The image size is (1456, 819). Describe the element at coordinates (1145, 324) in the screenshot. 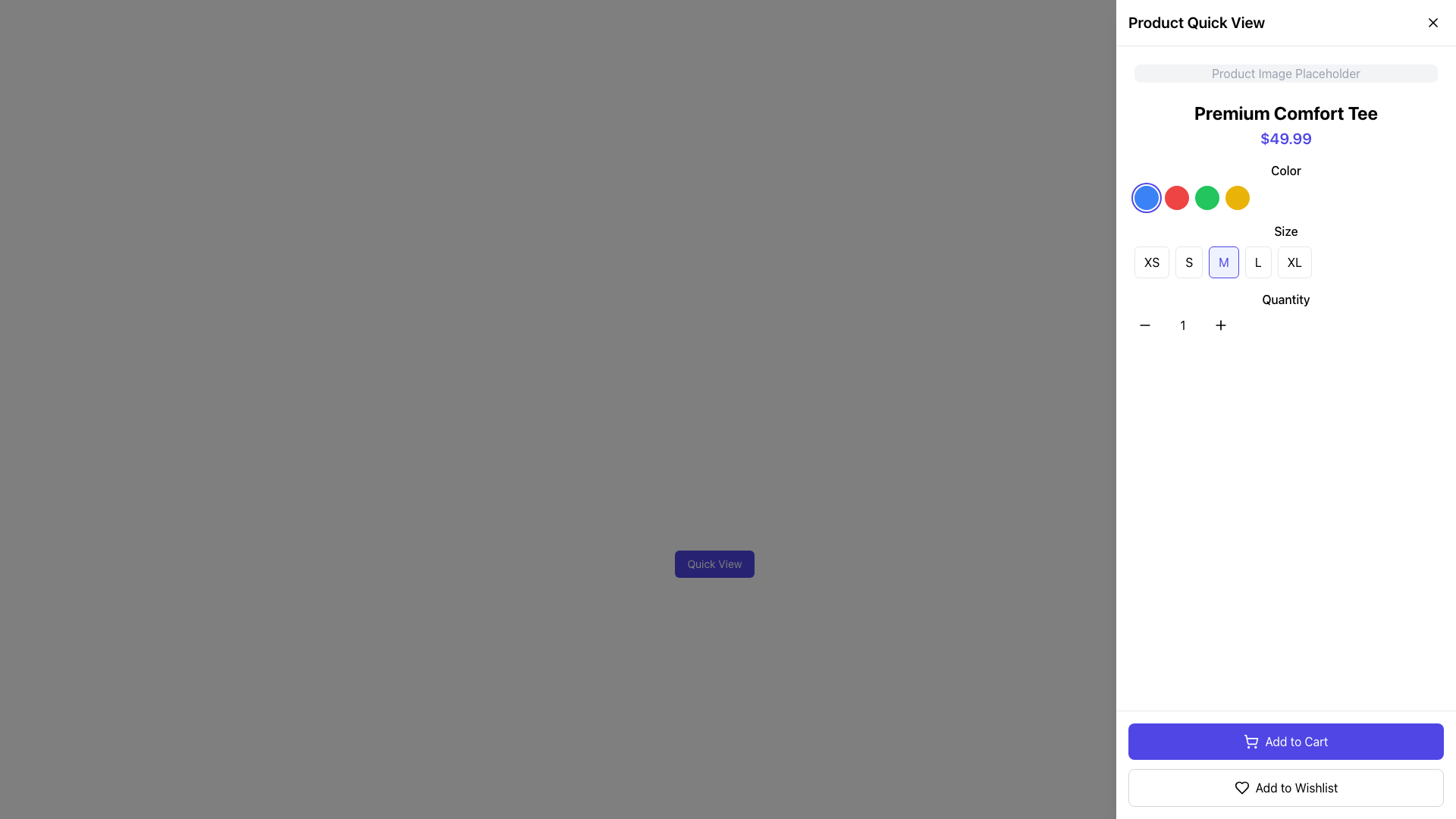

I see `the quantity decrease button located on the far left of the 'Quantity' section in the product quick view modal to observe hover effects` at that location.